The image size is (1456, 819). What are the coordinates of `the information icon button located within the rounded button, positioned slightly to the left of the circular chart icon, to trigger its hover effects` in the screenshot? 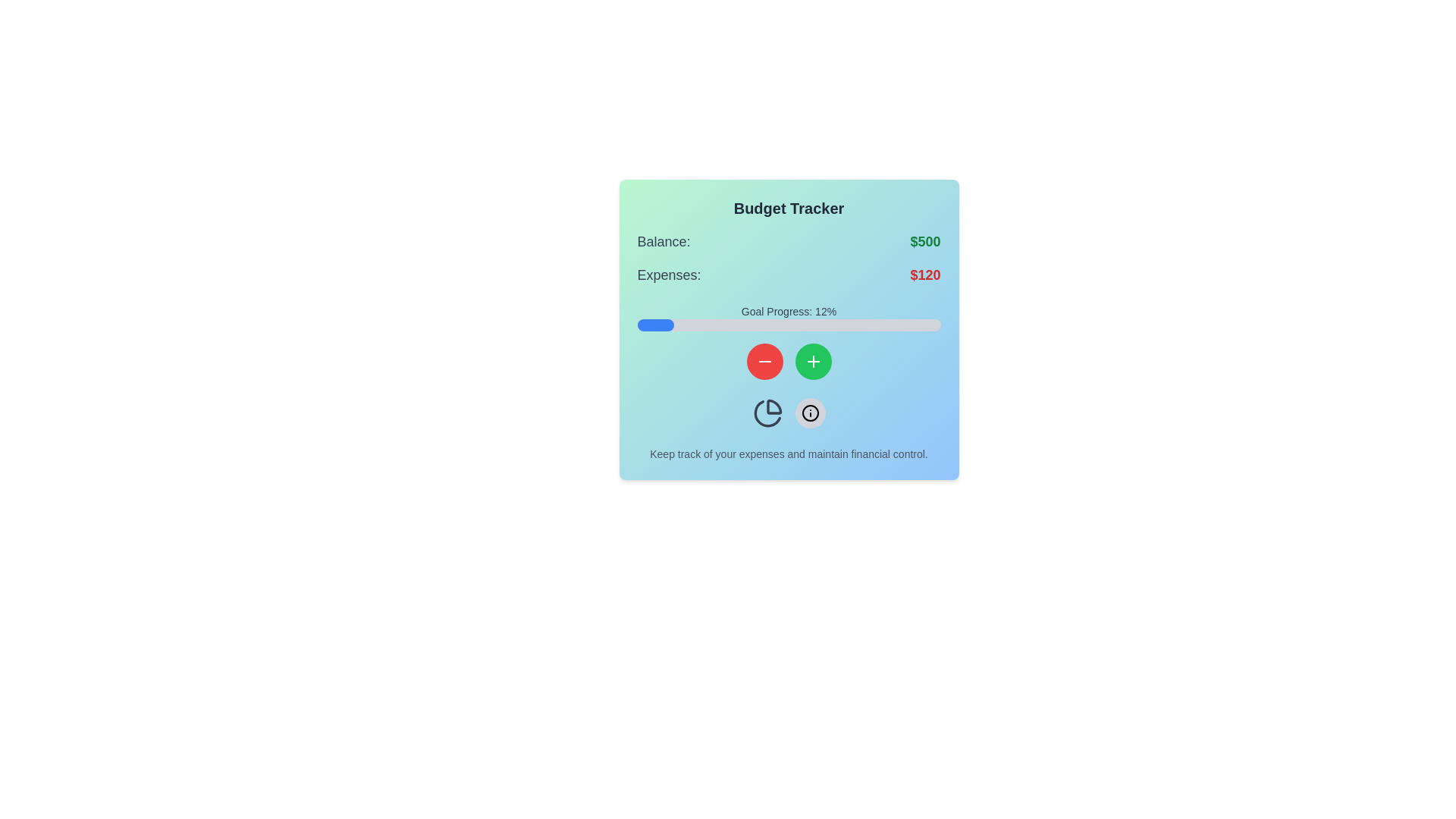 It's located at (809, 413).